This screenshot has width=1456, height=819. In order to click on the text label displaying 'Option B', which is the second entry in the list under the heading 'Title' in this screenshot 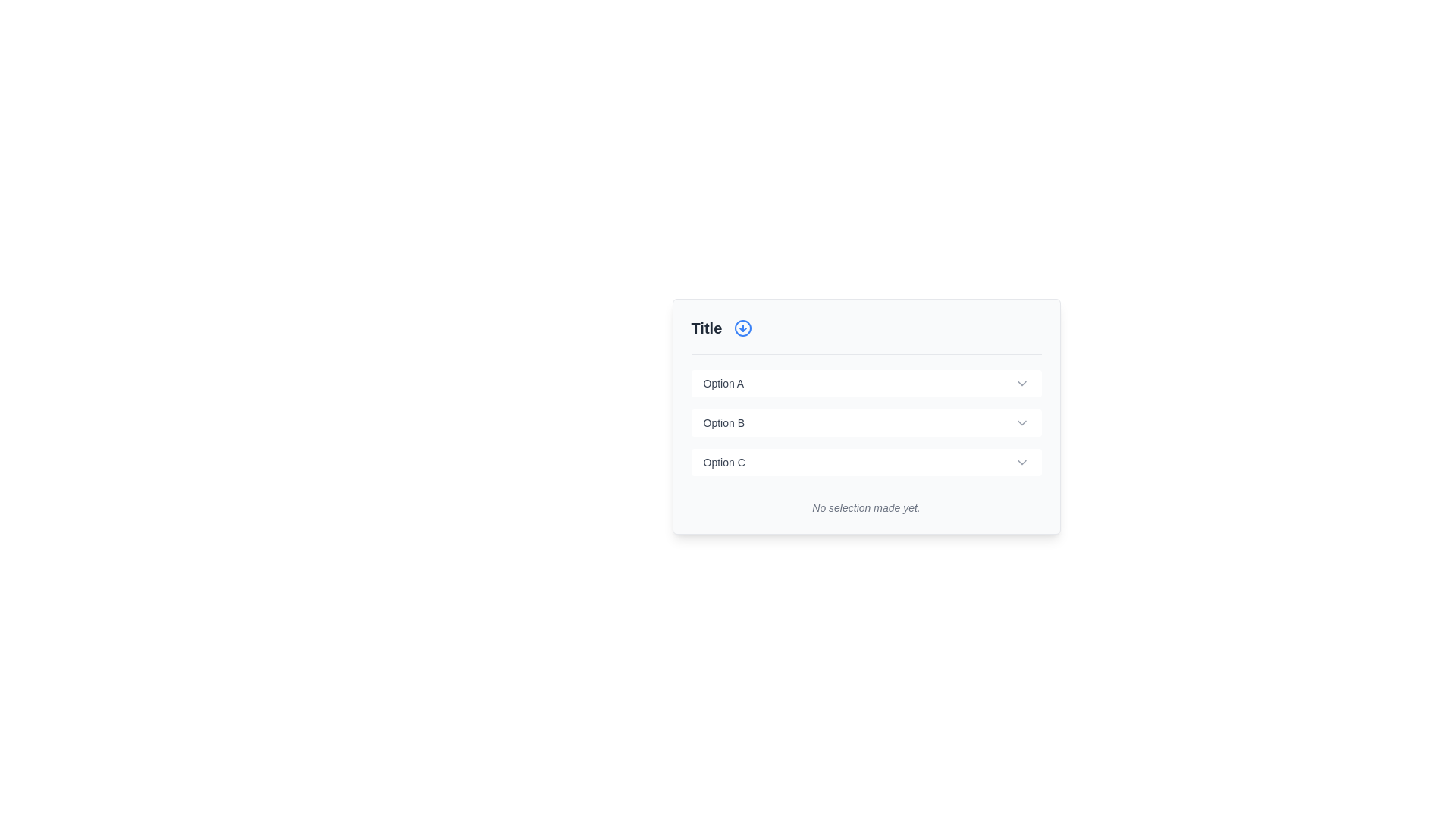, I will do `click(723, 423)`.